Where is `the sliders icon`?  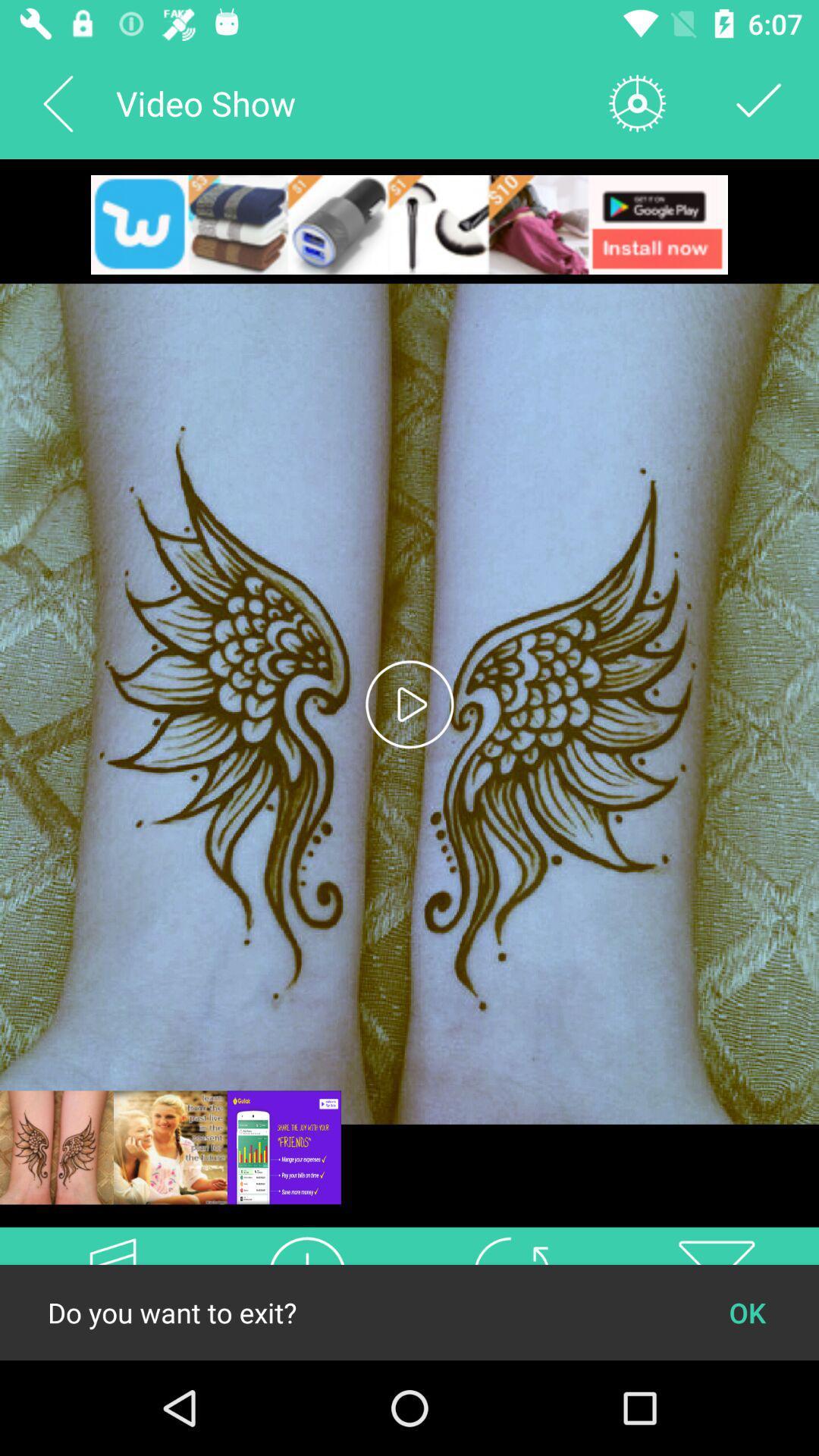 the sliders icon is located at coordinates (284, 1147).